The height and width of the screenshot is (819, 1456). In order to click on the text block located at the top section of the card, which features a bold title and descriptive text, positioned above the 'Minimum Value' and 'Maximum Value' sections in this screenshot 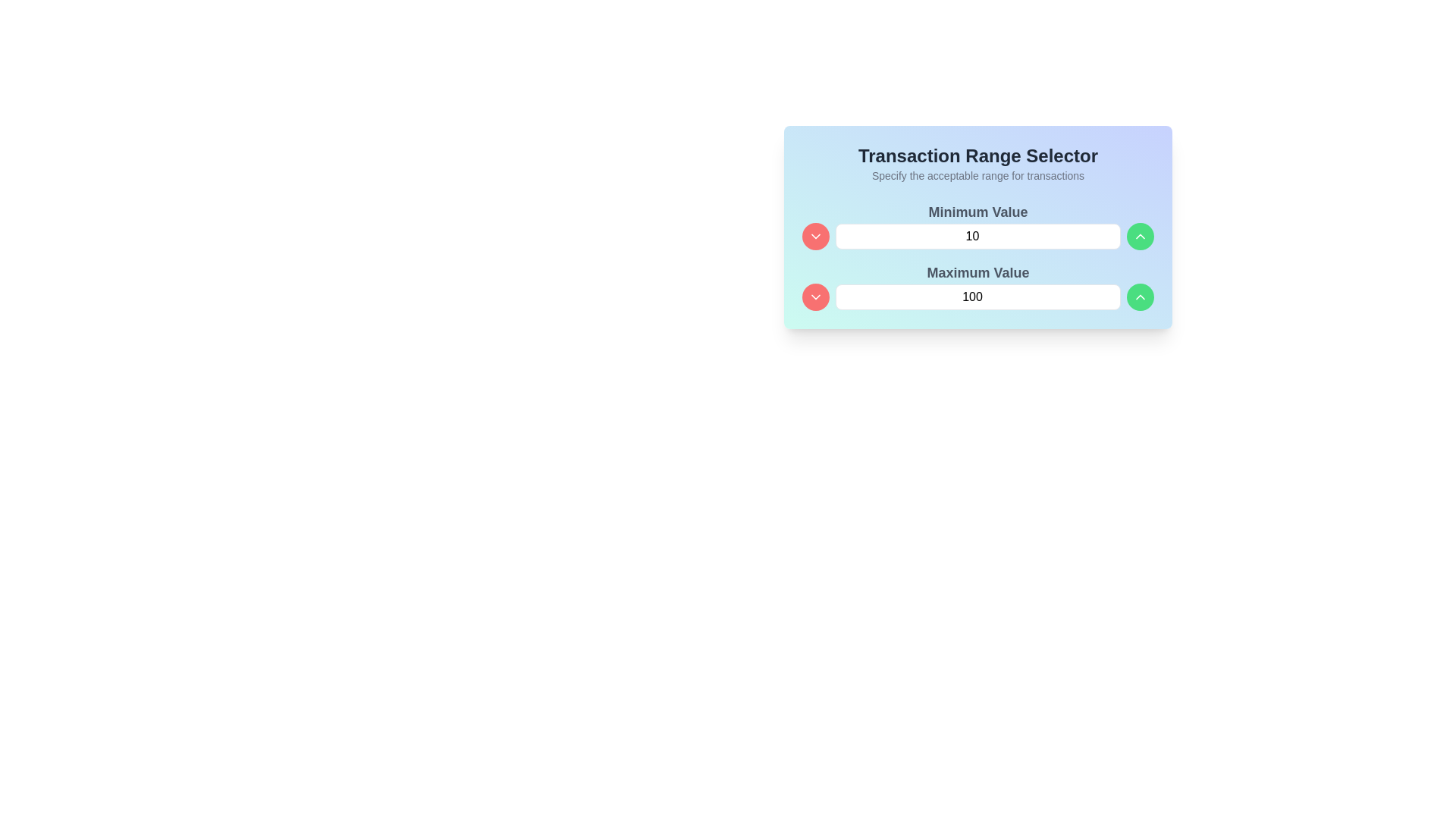, I will do `click(978, 164)`.